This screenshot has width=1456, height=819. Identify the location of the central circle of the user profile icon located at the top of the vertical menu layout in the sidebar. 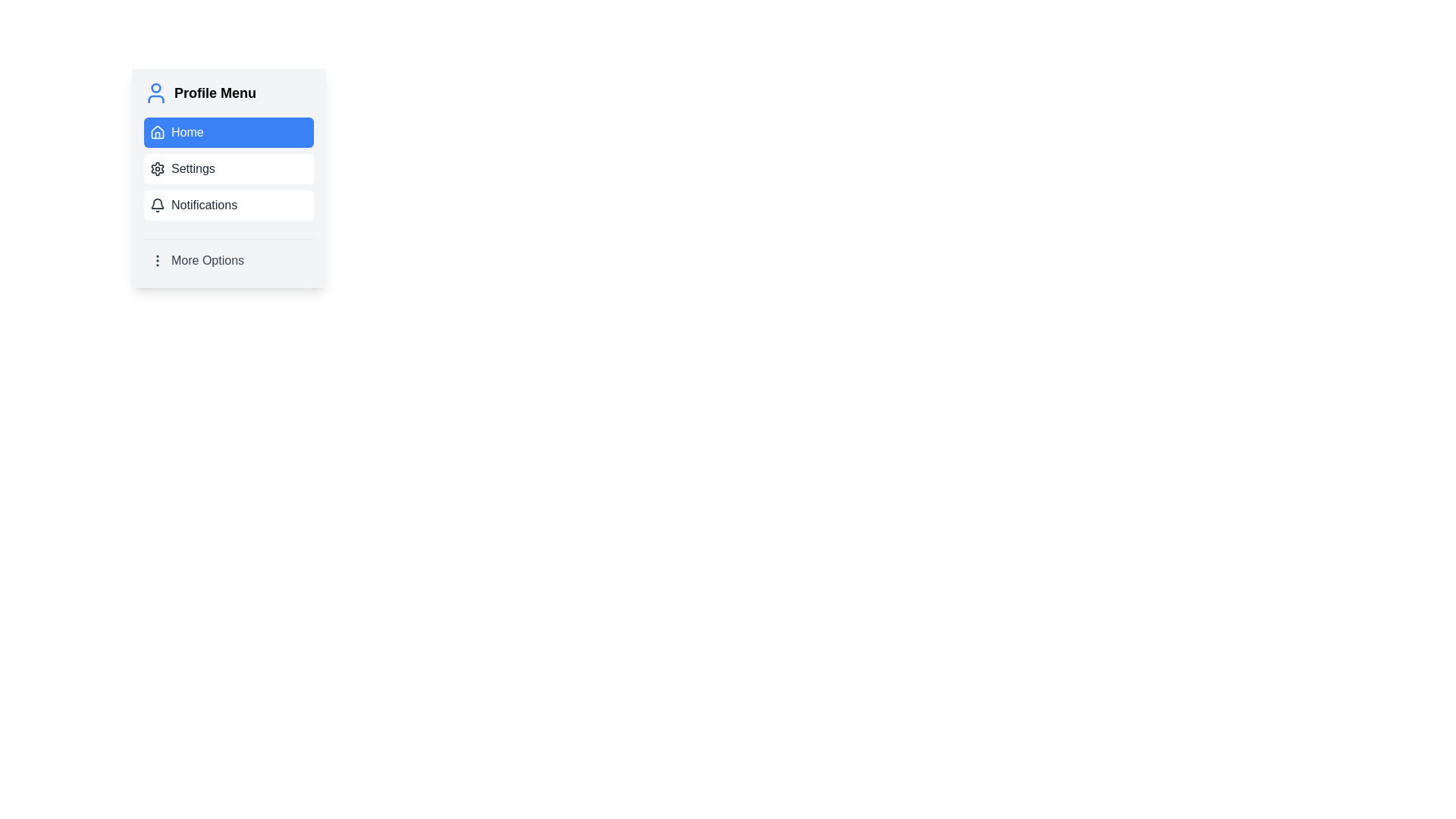
(156, 87).